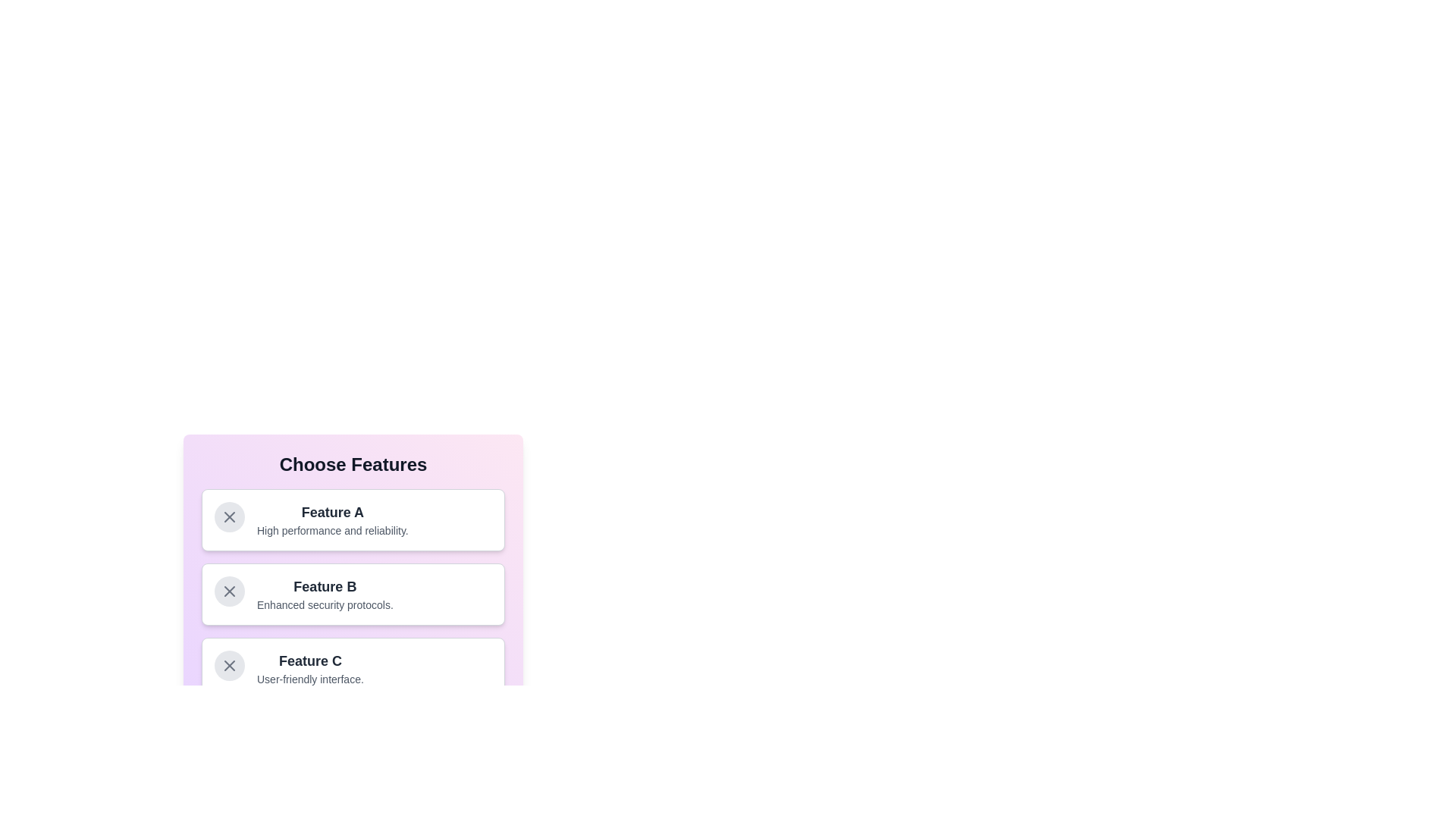 The image size is (1456, 819). Describe the element at coordinates (324, 593) in the screenshot. I see `the text description of Feature B, which is located in the second selectable feature box` at that location.